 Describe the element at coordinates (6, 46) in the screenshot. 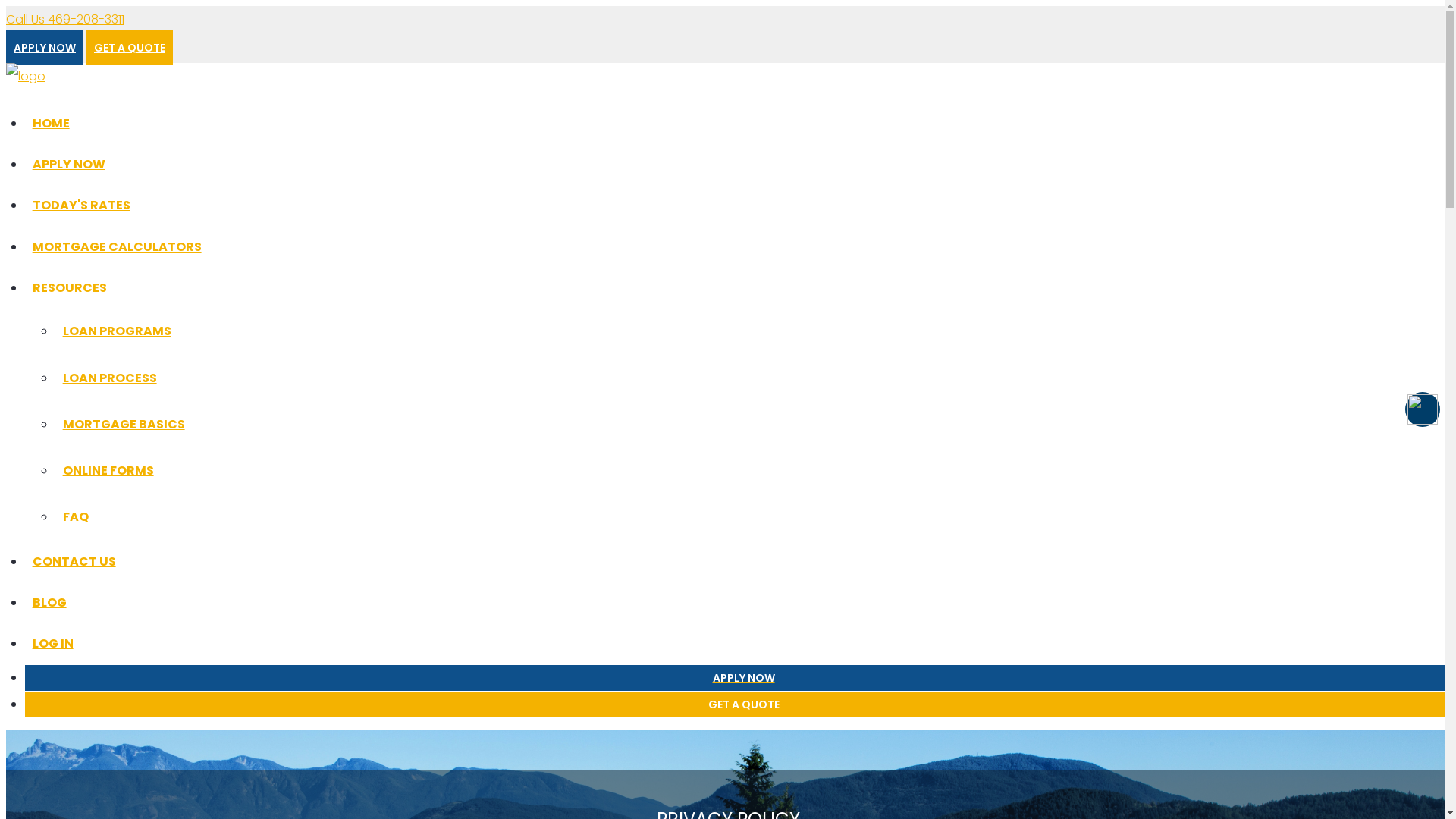

I see `'APPLY NOW'` at that location.